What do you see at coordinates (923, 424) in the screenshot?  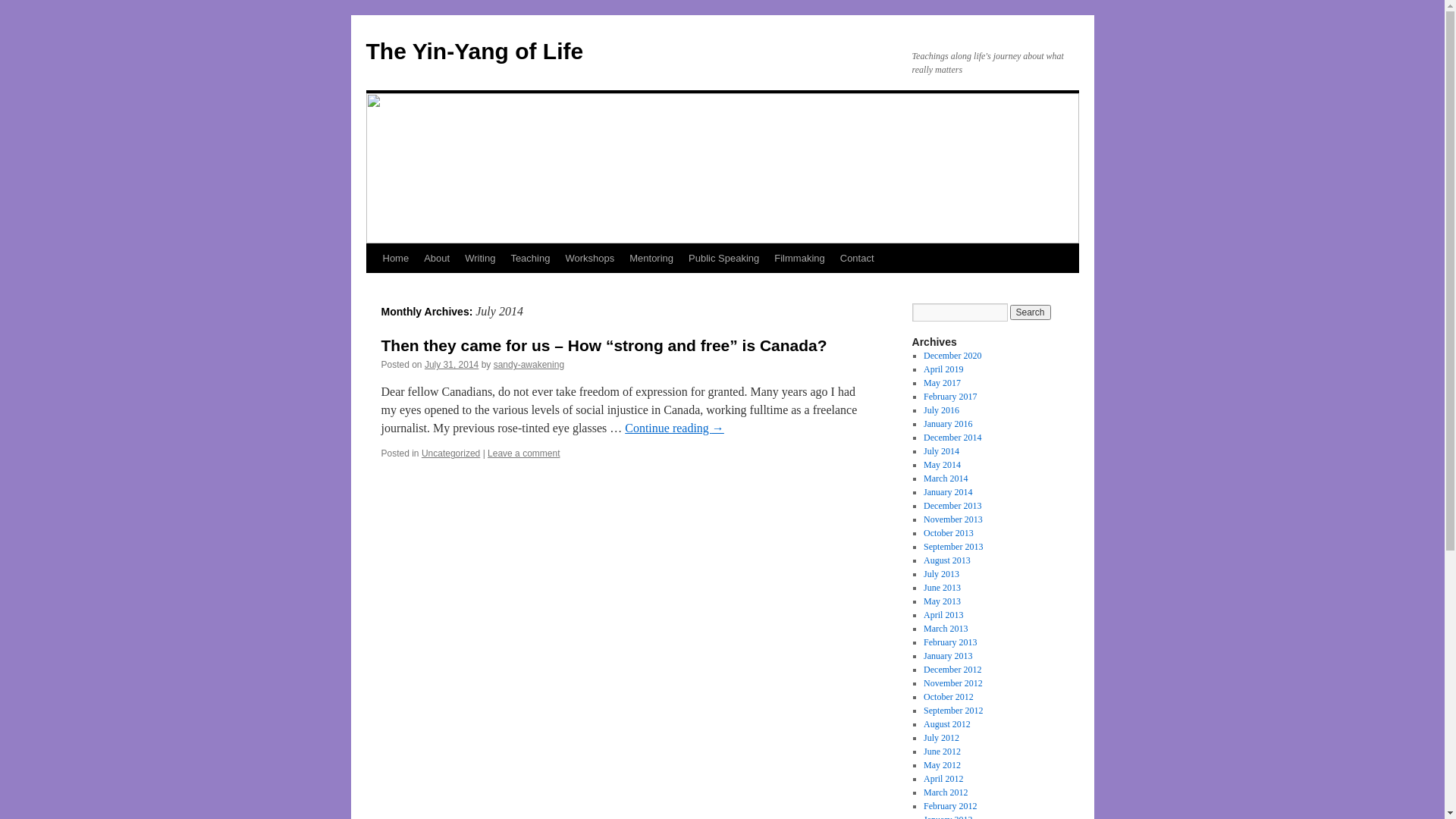 I see `'January 2016'` at bounding box center [923, 424].